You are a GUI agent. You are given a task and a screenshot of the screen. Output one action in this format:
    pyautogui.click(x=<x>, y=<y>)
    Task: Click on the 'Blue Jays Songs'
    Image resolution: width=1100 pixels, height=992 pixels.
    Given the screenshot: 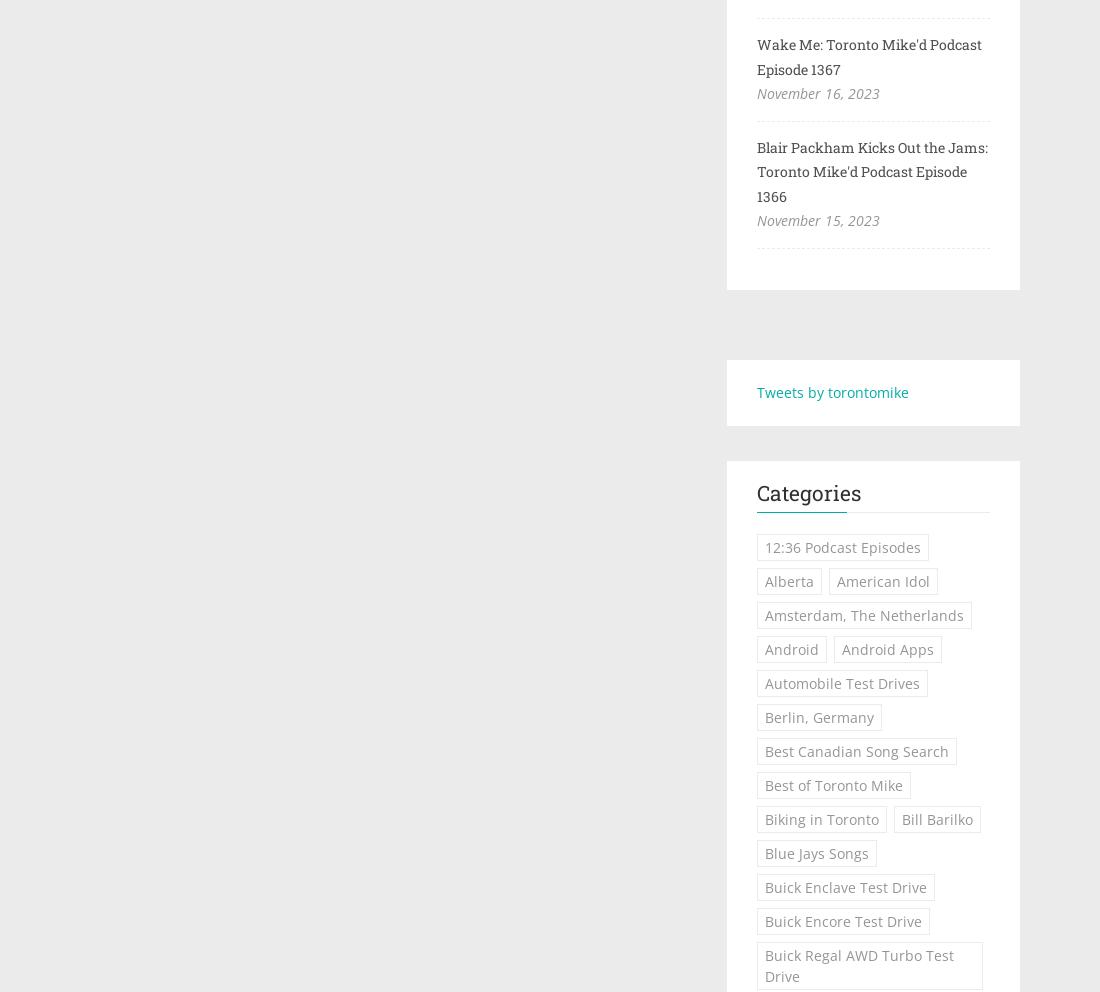 What is the action you would take?
    pyautogui.click(x=815, y=852)
    